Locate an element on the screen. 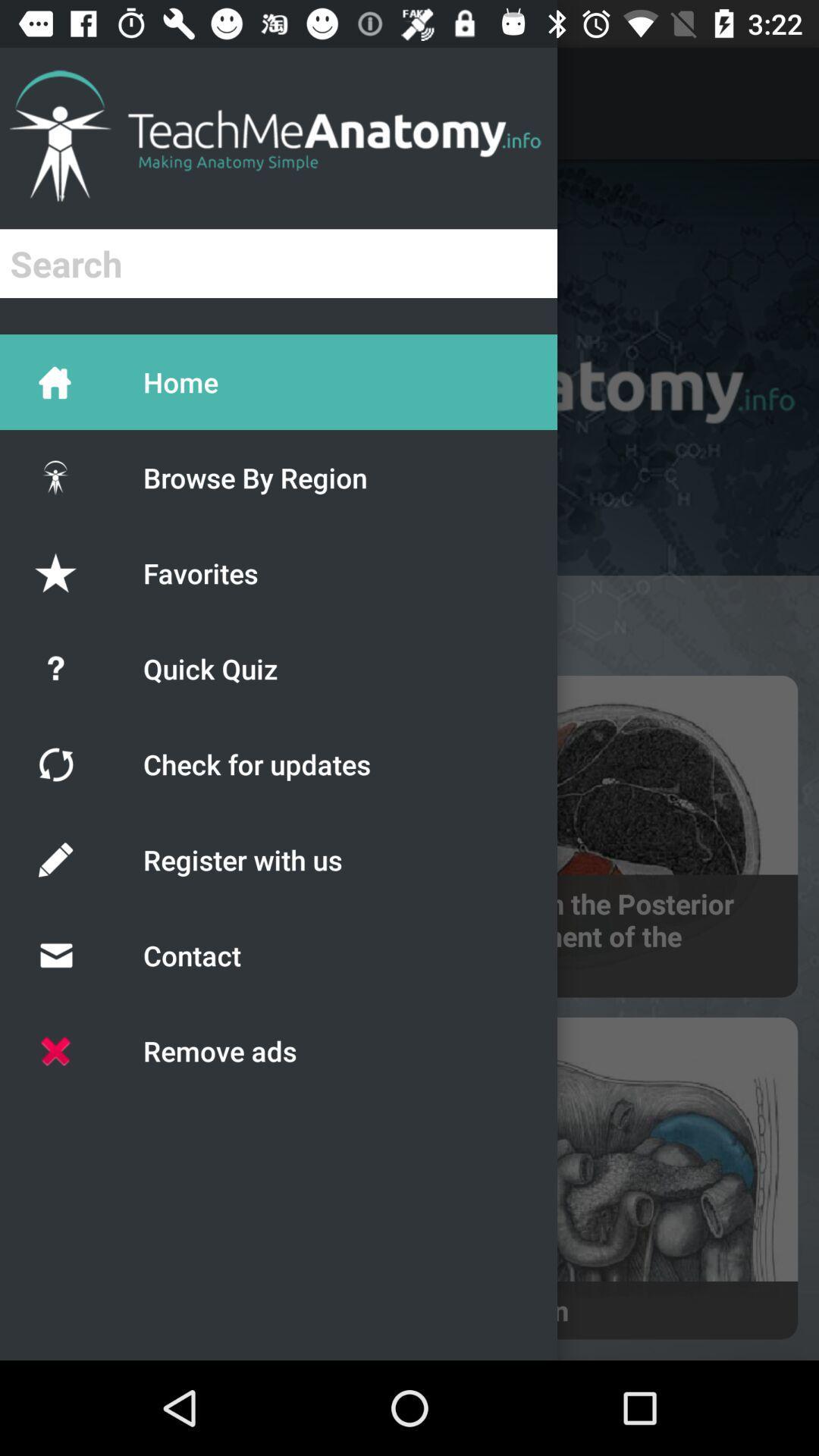 The width and height of the screenshot is (819, 1456). the image which is at bottom right corner is located at coordinates (607, 1178).